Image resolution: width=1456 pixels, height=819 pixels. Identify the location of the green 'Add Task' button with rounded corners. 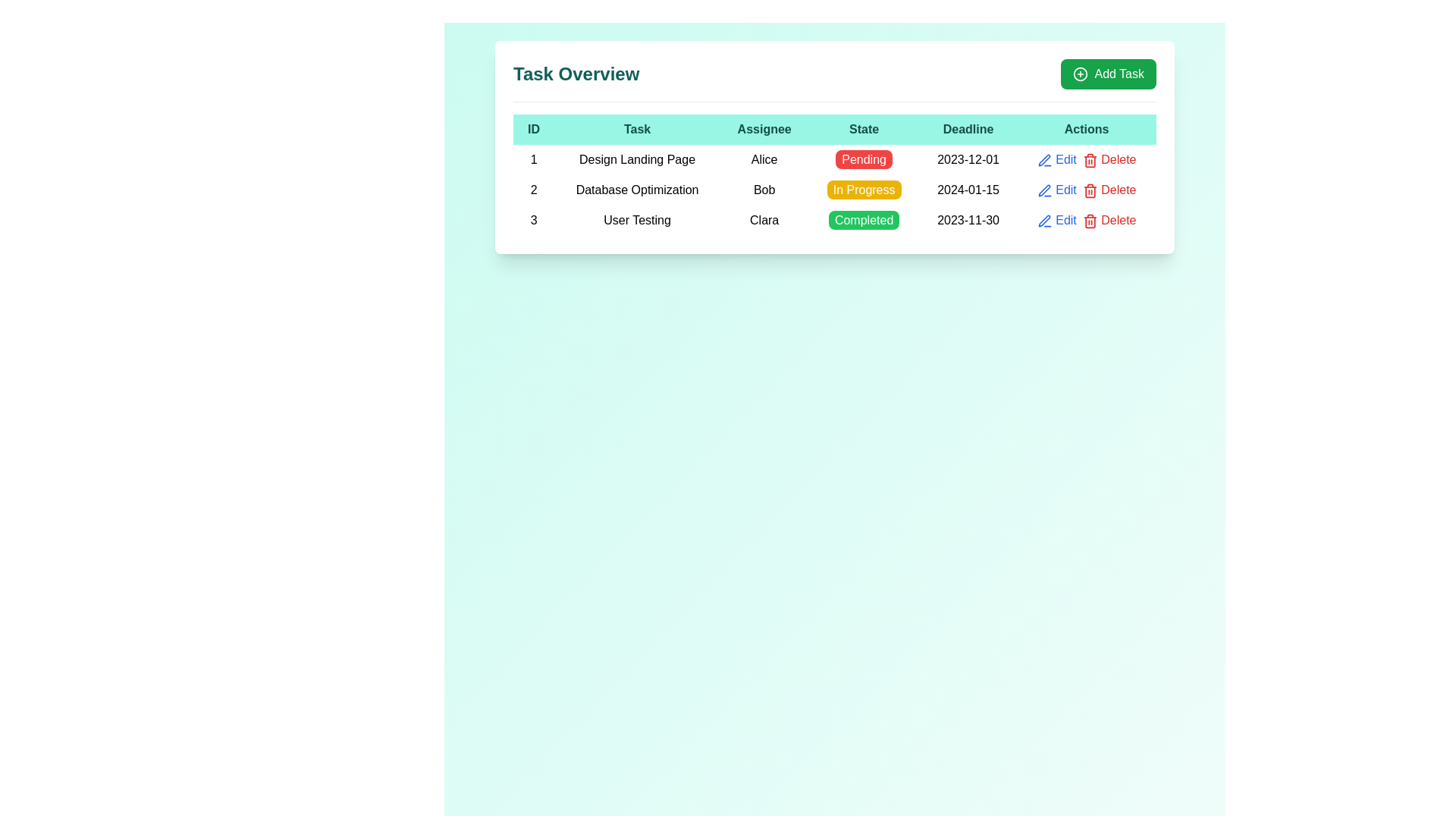
(1109, 74).